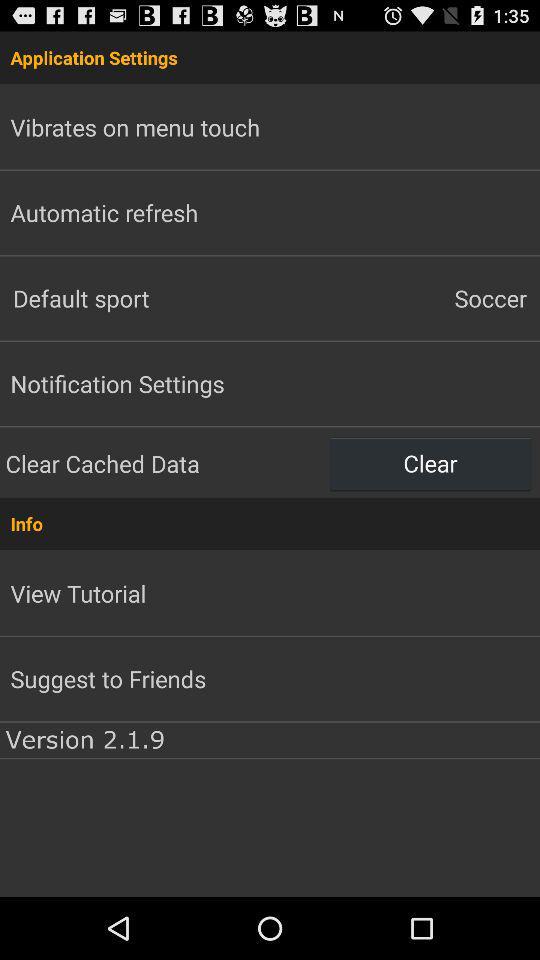 This screenshot has height=960, width=540. Describe the element at coordinates (270, 522) in the screenshot. I see `the item at the center` at that location.